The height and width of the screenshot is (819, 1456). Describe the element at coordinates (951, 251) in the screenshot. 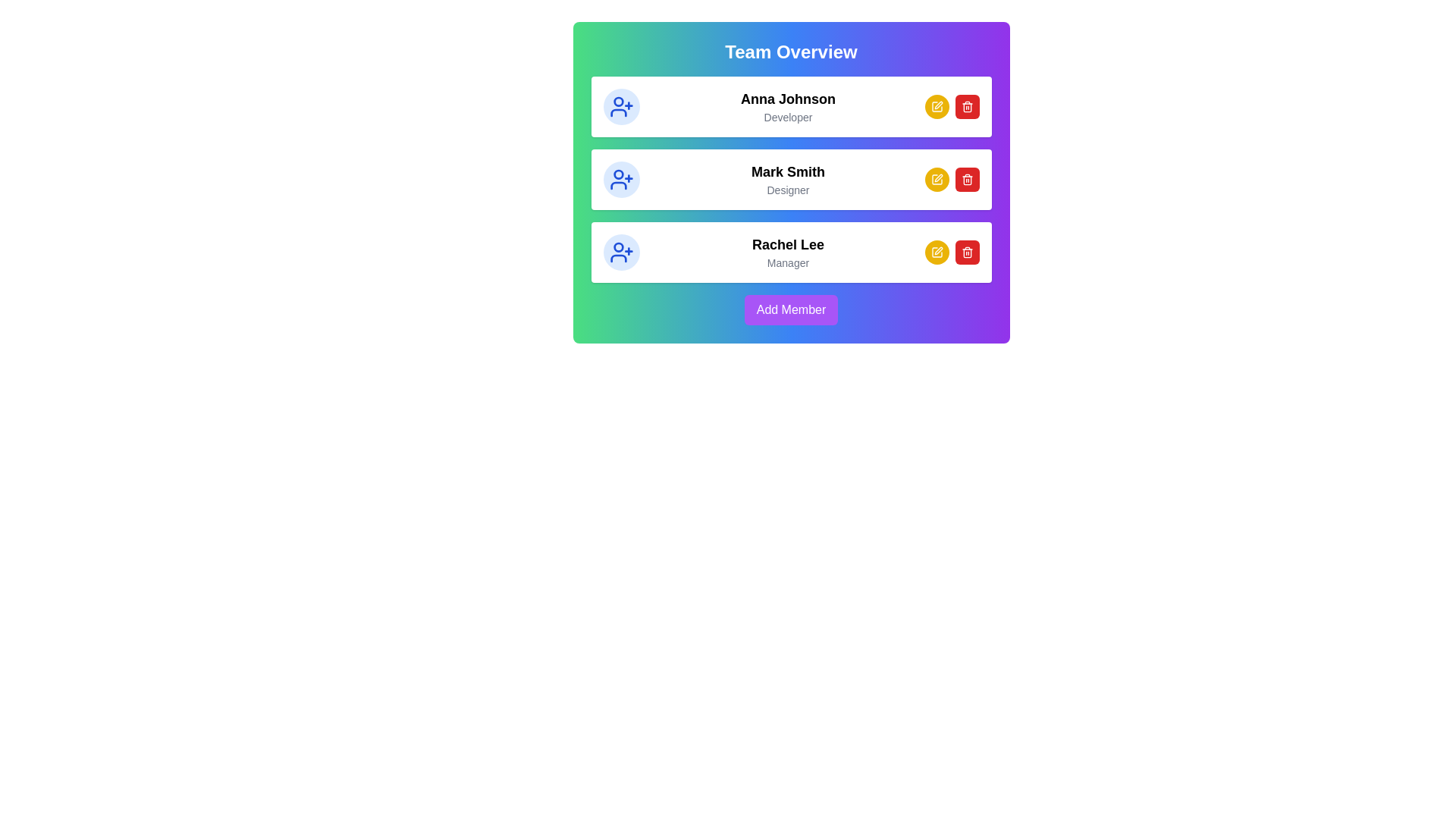

I see `the yellow circular edit button with a white pen icon located in the horizontal grouping of buttons on Rachel Lee's profile card to modify the details` at that location.